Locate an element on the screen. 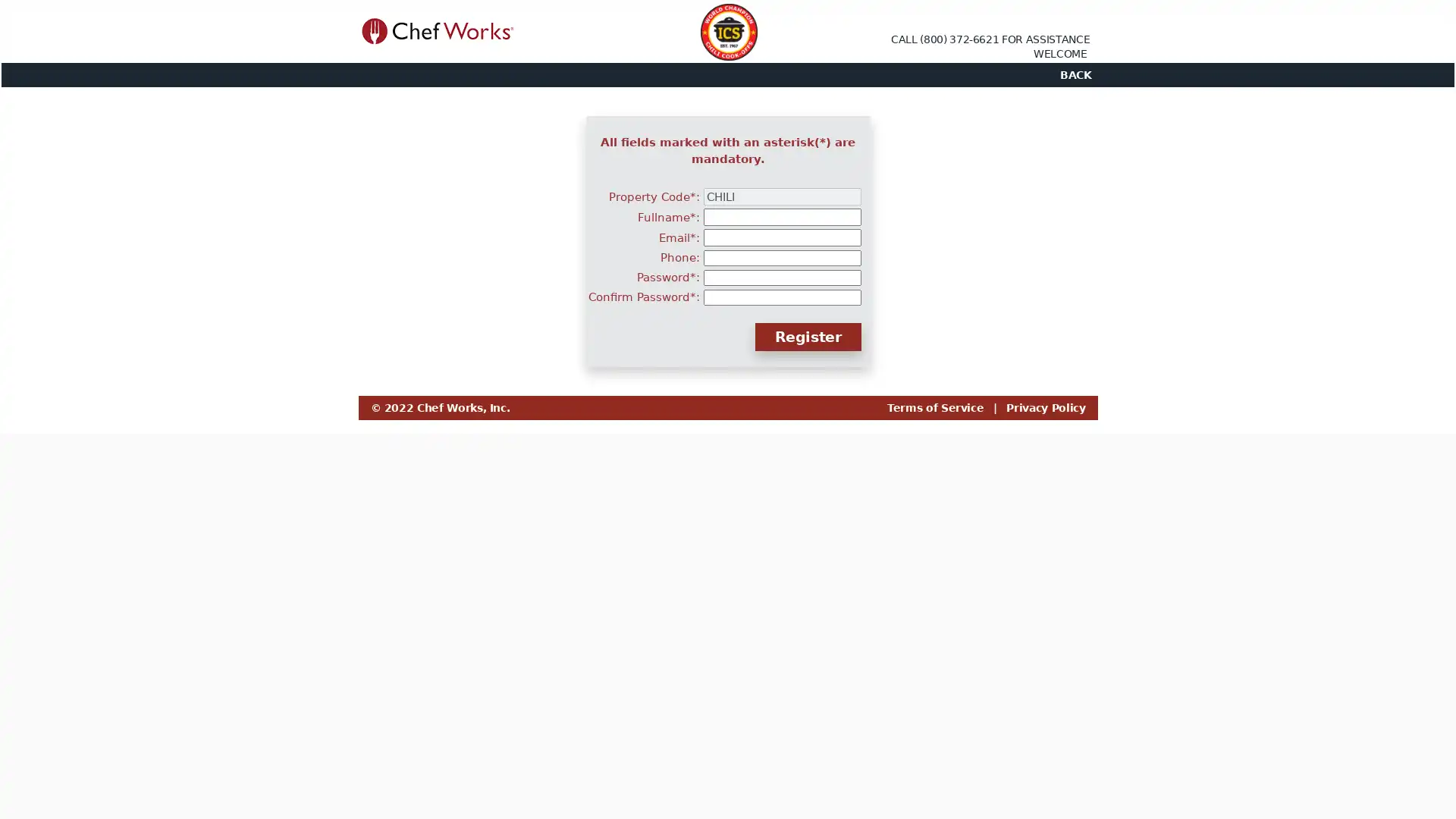 The image size is (1456, 819). Register is located at coordinates (807, 336).